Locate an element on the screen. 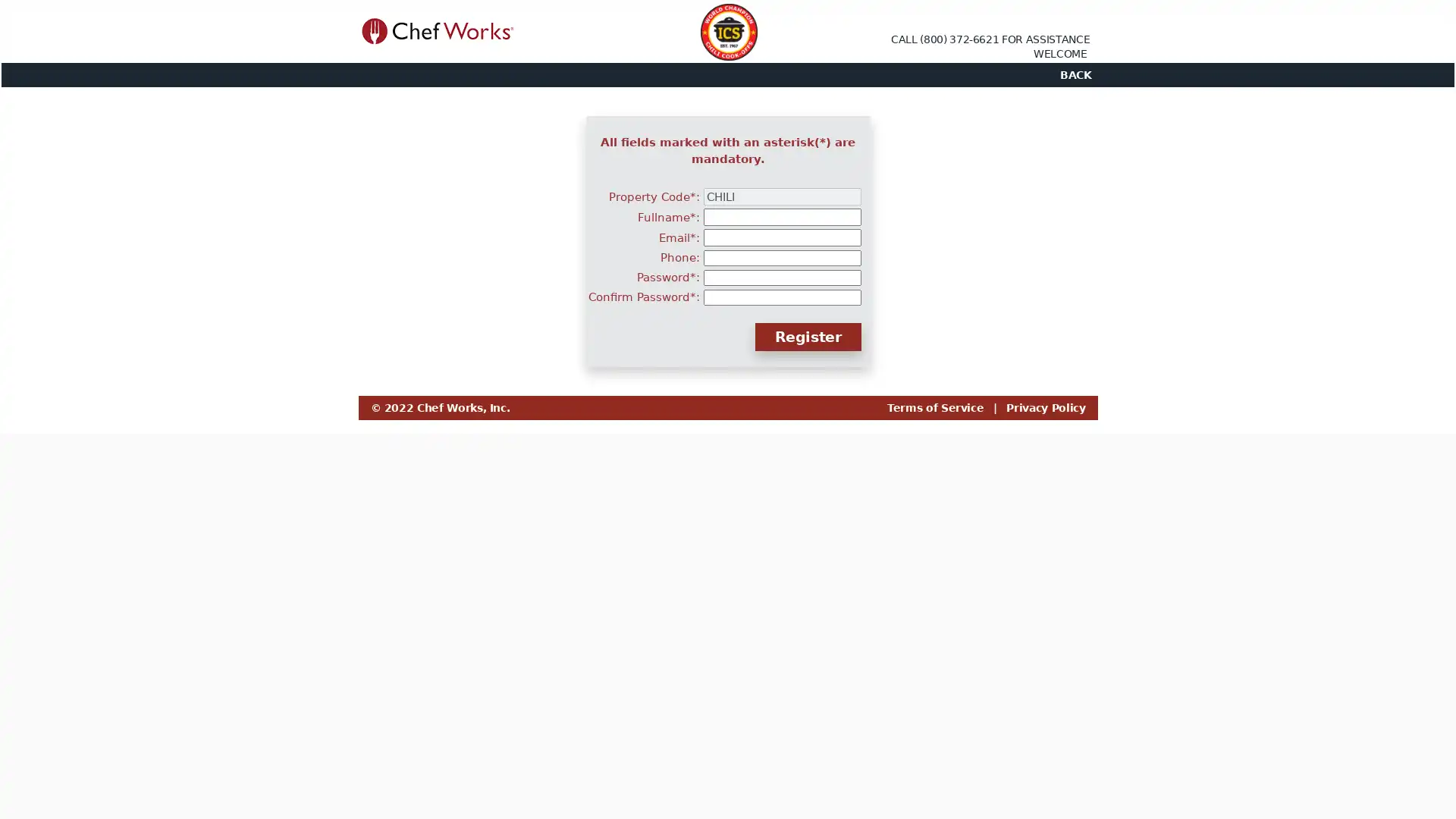 The image size is (1456, 819). Register is located at coordinates (807, 336).